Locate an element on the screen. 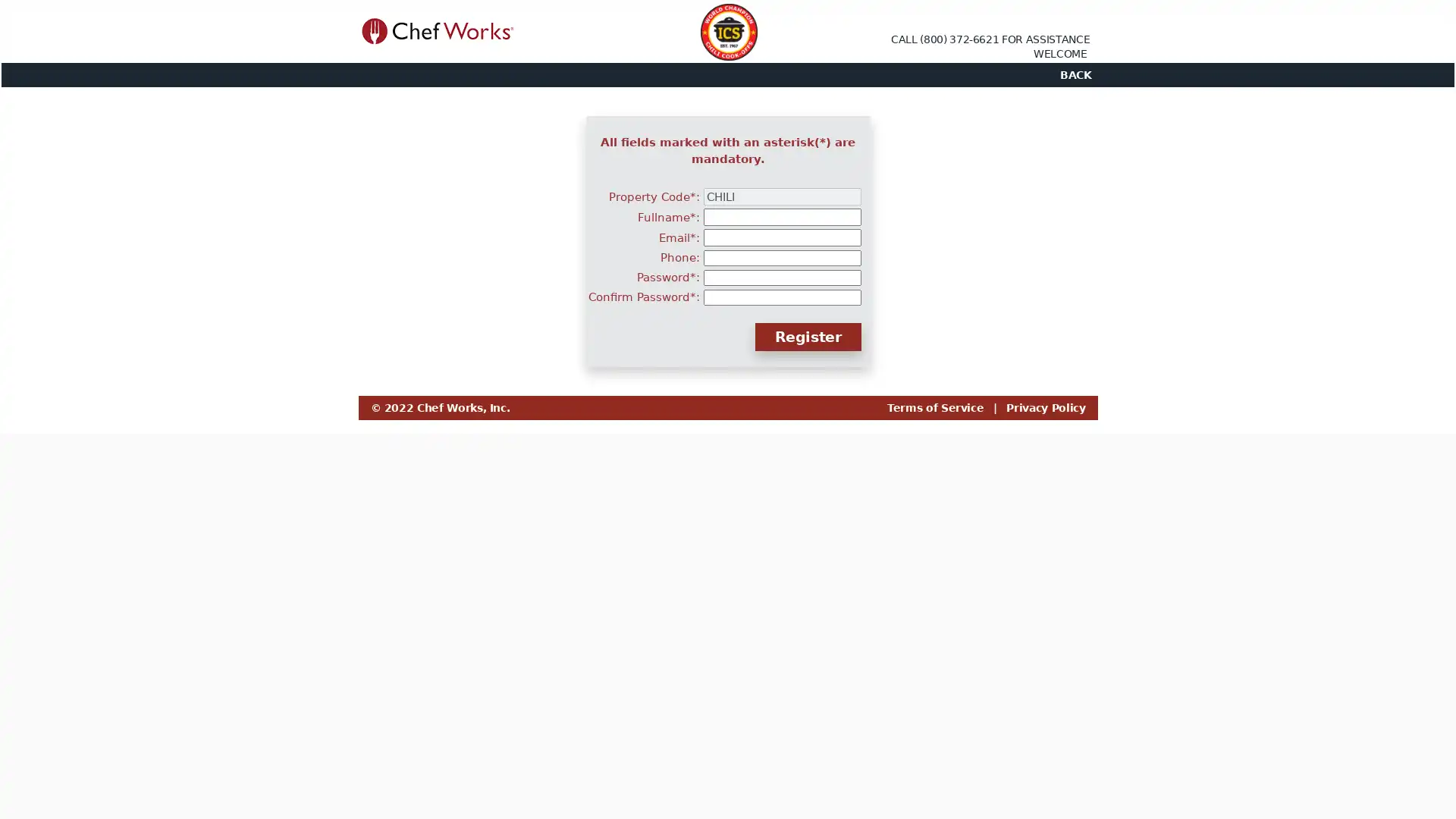 The image size is (1456, 819). Register is located at coordinates (807, 336).